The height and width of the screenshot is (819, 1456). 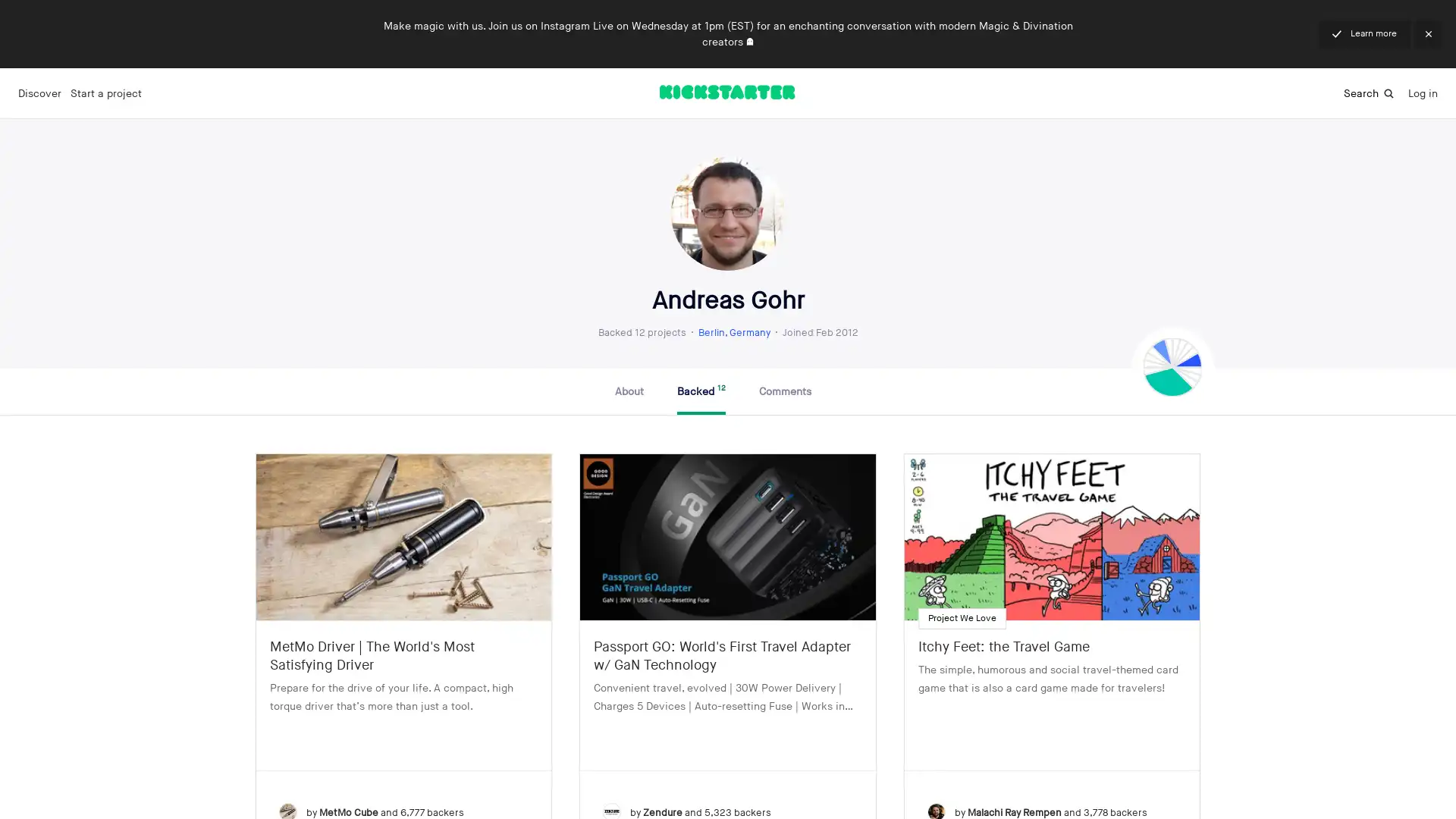 What do you see at coordinates (39, 93) in the screenshot?
I see `Discover` at bounding box center [39, 93].